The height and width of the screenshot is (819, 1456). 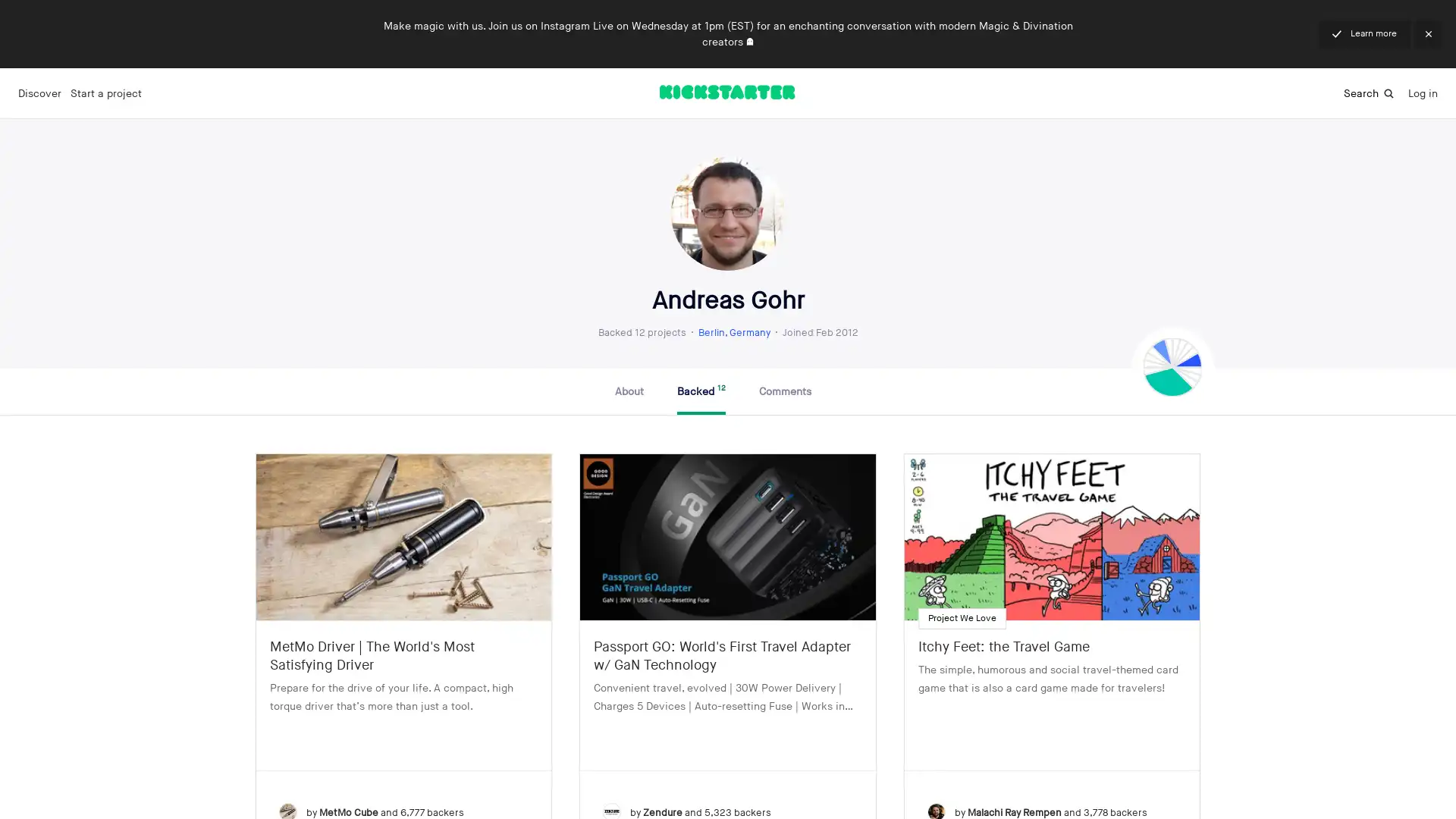 What do you see at coordinates (39, 93) in the screenshot?
I see `Discover` at bounding box center [39, 93].